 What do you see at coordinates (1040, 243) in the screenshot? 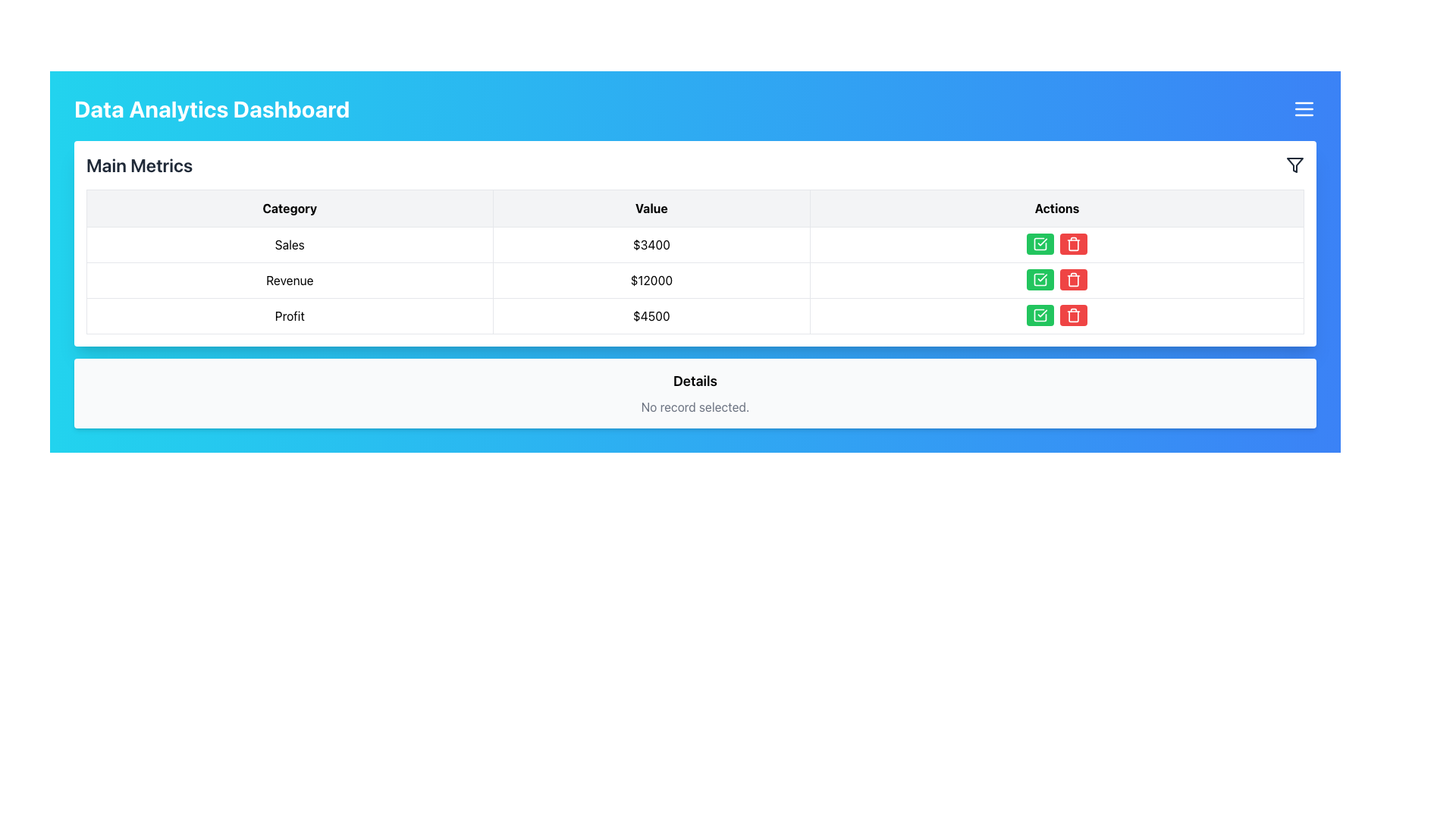
I see `the green validation button with a checkmark icon located in the 'Actions' column of the top row in the data table, positioned near the right side of the table` at bounding box center [1040, 243].